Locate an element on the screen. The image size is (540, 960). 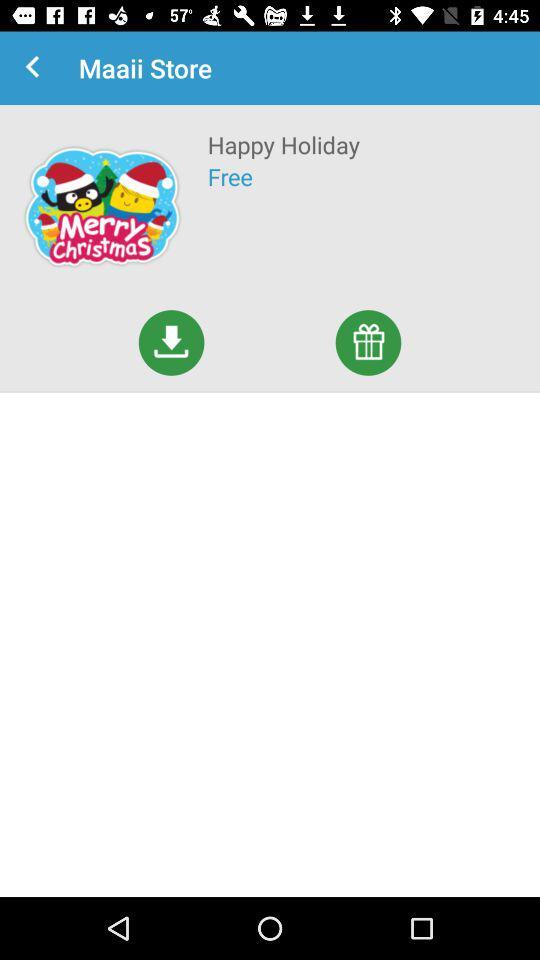
the file_download icon is located at coordinates (171, 342).